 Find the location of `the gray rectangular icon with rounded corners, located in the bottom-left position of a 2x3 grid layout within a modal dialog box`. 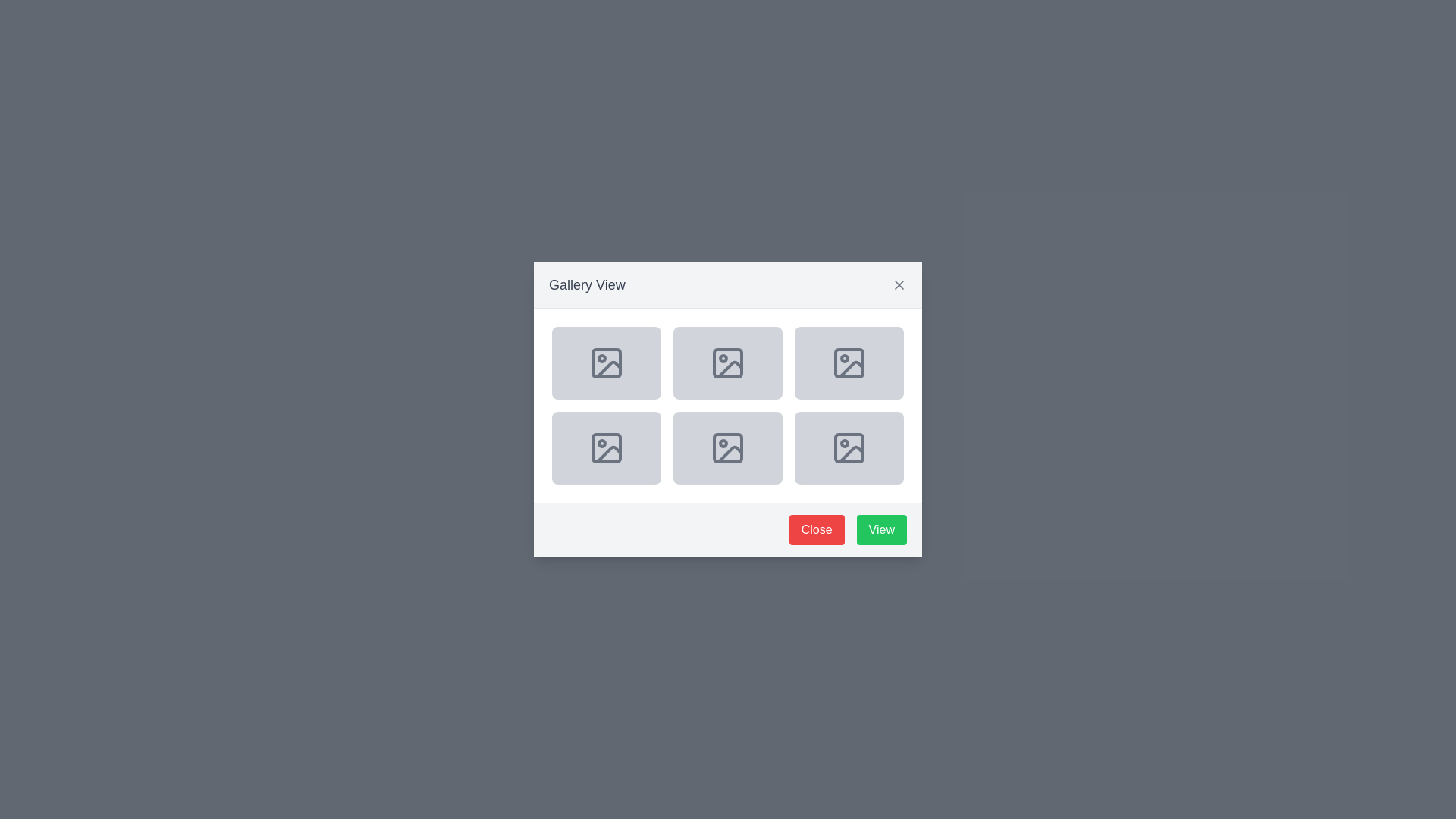

the gray rectangular icon with rounded corners, located in the bottom-left position of a 2x3 grid layout within a modal dialog box is located at coordinates (607, 447).